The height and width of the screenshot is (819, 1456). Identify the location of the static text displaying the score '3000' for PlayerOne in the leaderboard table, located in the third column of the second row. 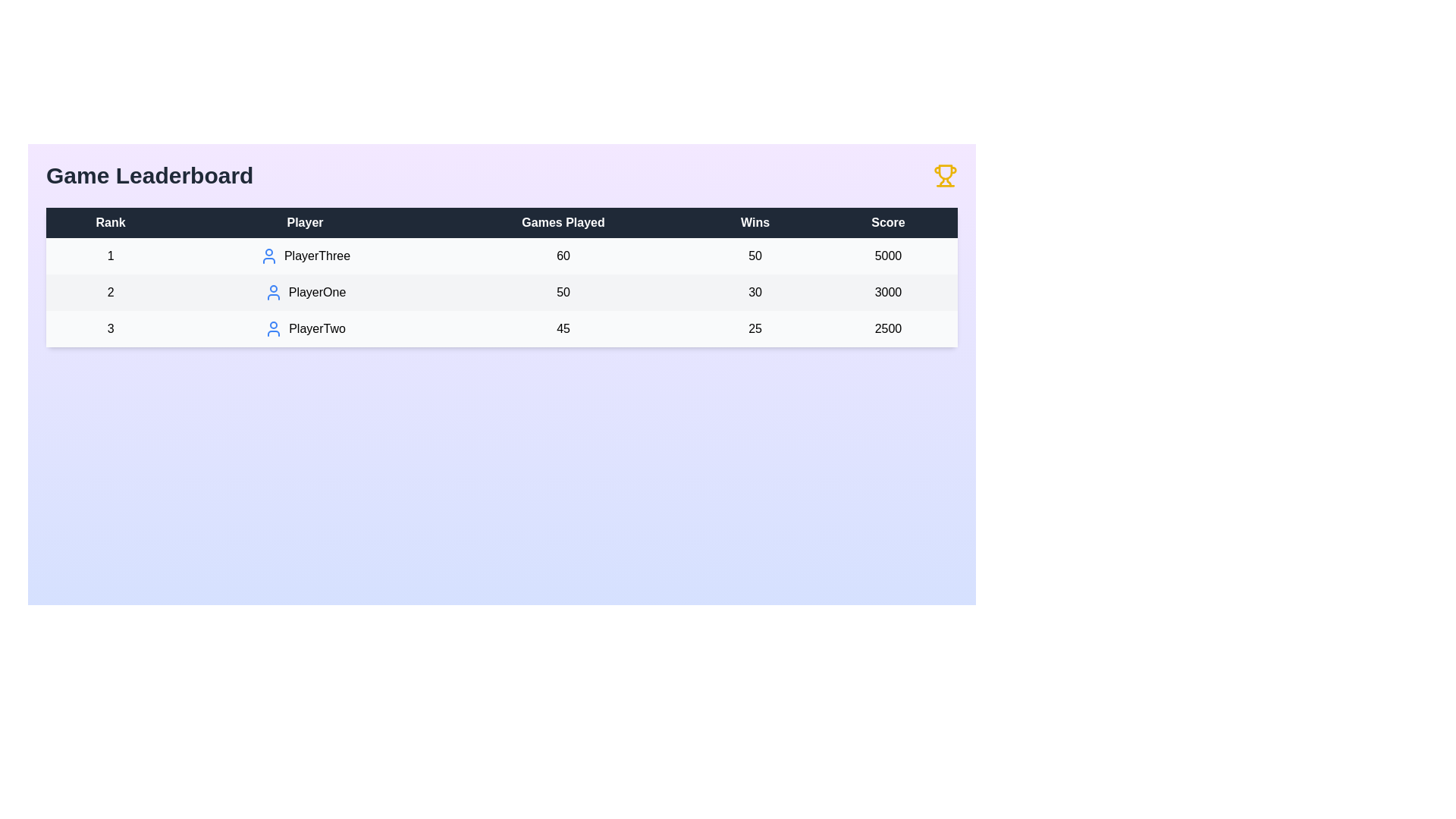
(888, 292).